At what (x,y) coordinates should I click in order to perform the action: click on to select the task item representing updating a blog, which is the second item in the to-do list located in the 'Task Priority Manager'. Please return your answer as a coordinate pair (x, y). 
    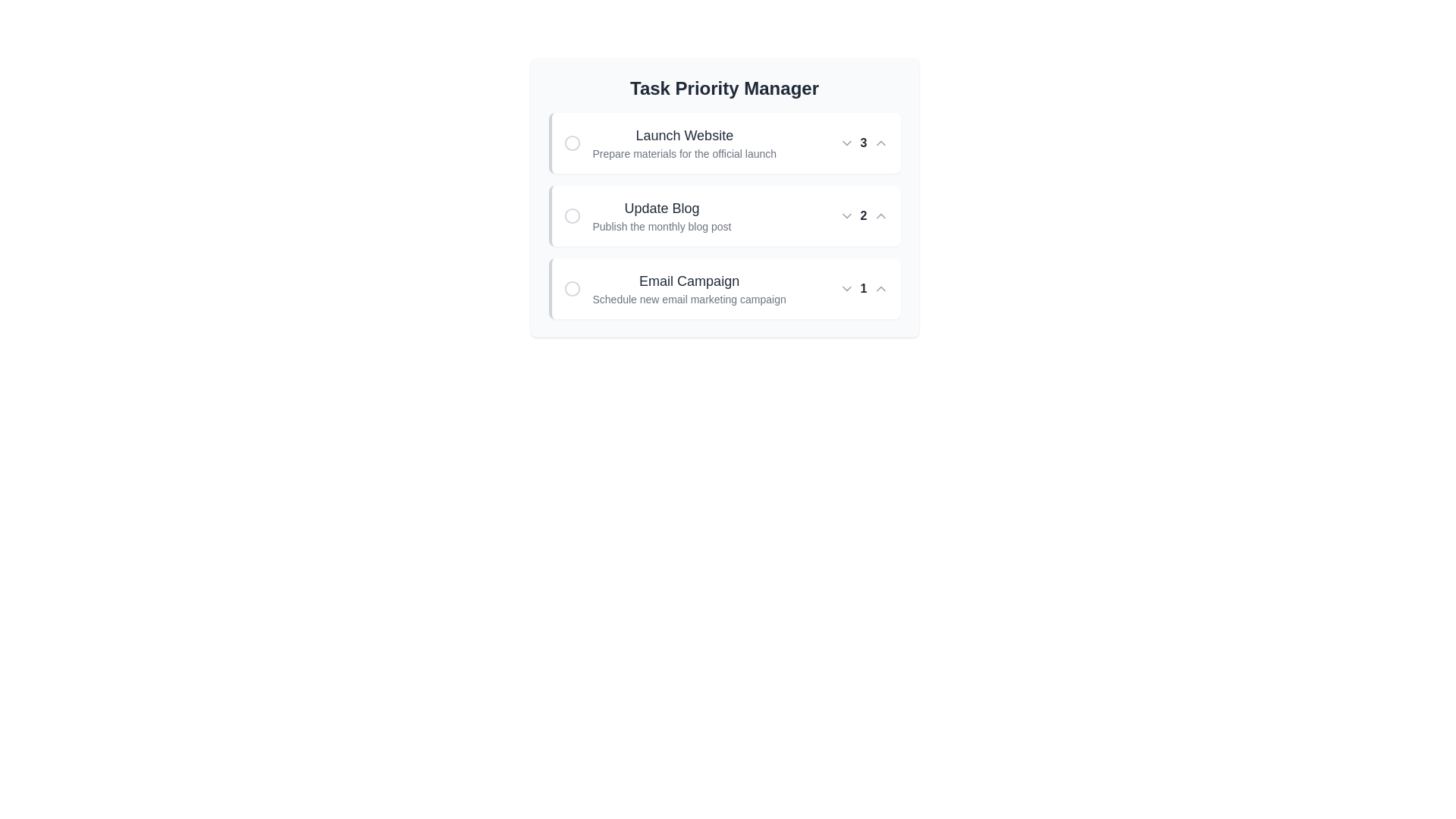
    Looking at the image, I should click on (723, 216).